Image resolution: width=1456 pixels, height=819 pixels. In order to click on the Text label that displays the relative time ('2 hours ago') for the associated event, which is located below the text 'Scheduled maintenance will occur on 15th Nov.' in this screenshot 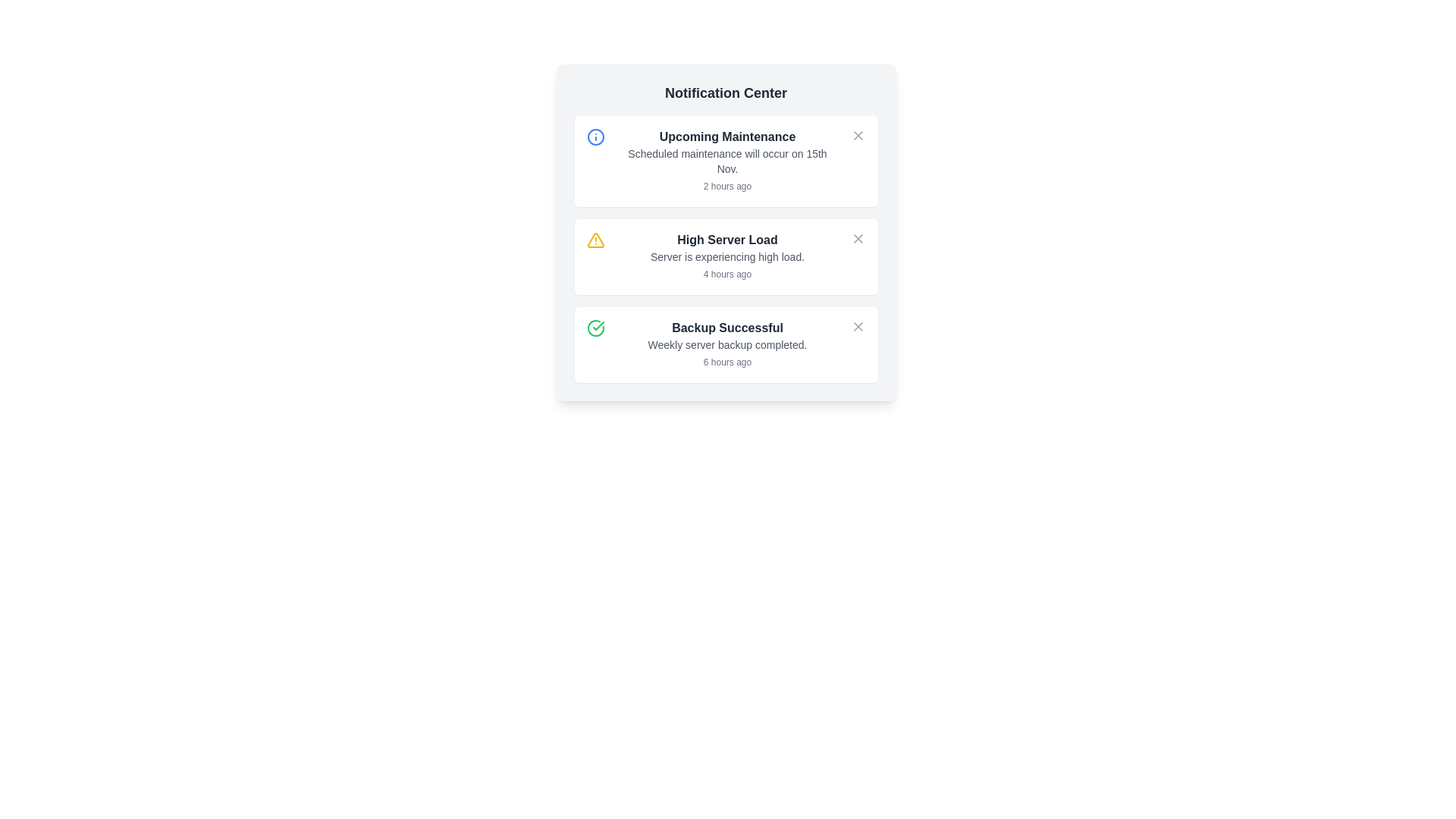, I will do `click(726, 186)`.